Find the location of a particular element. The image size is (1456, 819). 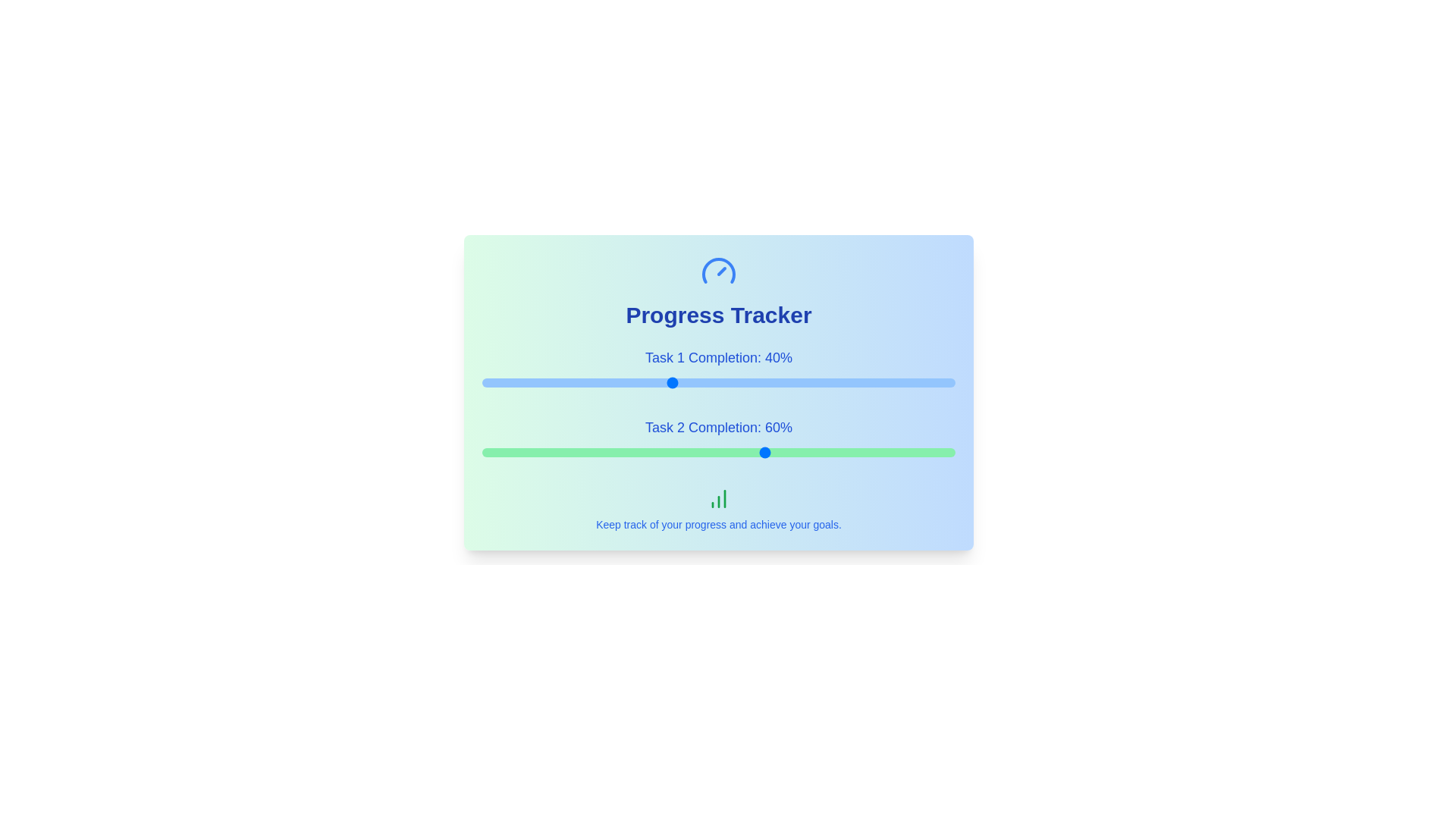

the progress value is located at coordinates (652, 382).